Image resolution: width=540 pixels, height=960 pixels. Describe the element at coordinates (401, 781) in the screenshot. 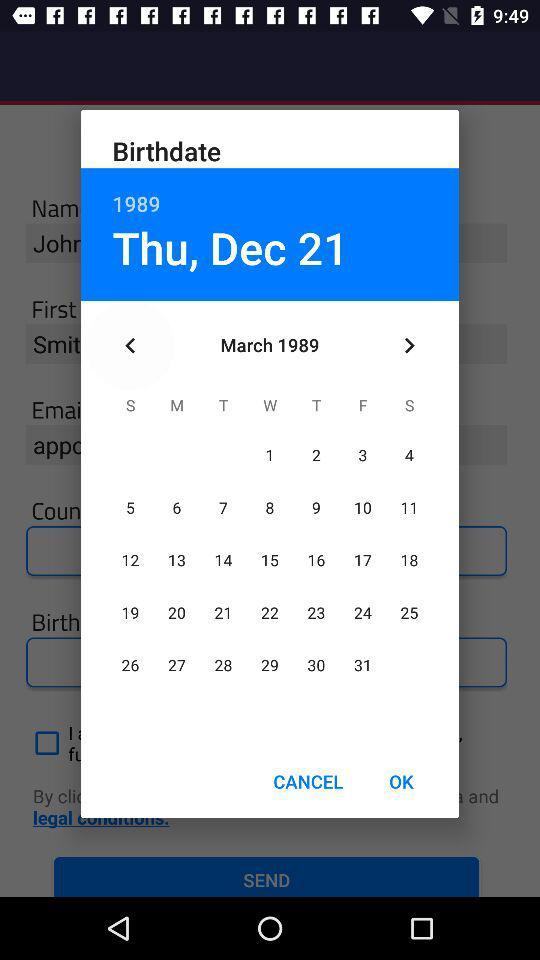

I see `ok` at that location.